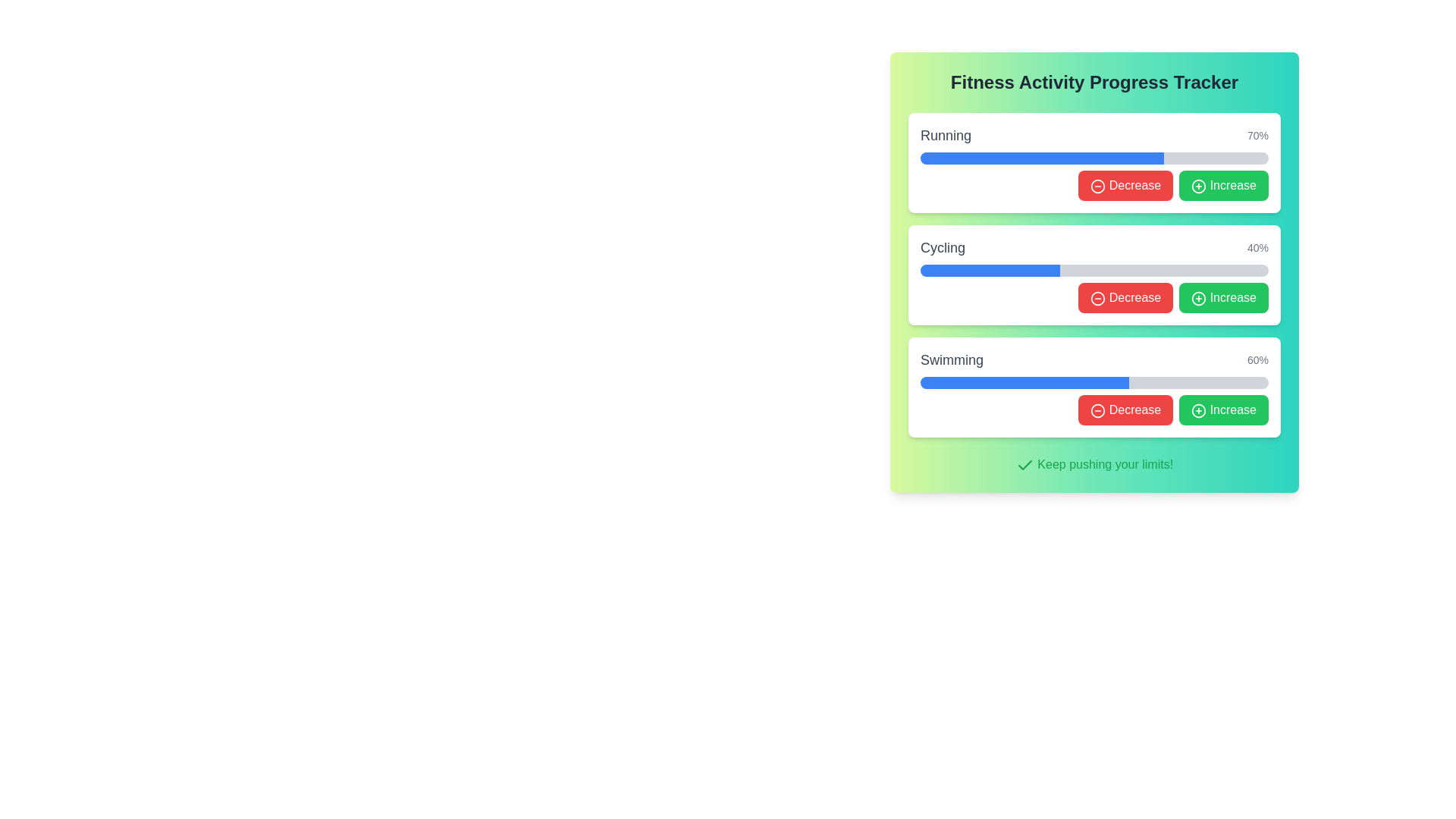 This screenshot has height=819, width=1456. I want to click on the status indicated by the unique affirmative status icon located in the green motivational area, left of the text 'Keep pushing your limits!', so click(1025, 464).